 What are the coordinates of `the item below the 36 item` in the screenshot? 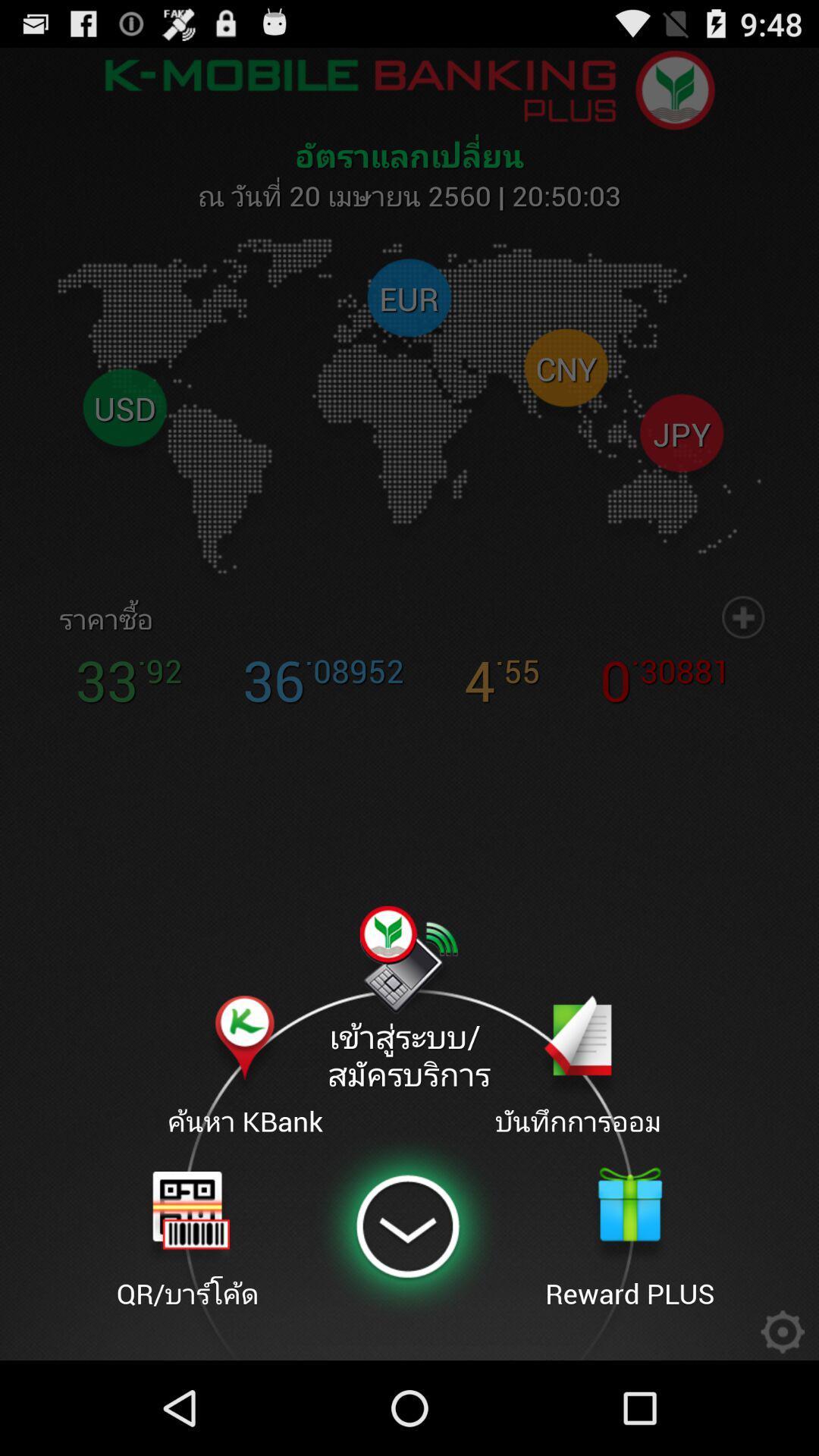 It's located at (408, 1000).